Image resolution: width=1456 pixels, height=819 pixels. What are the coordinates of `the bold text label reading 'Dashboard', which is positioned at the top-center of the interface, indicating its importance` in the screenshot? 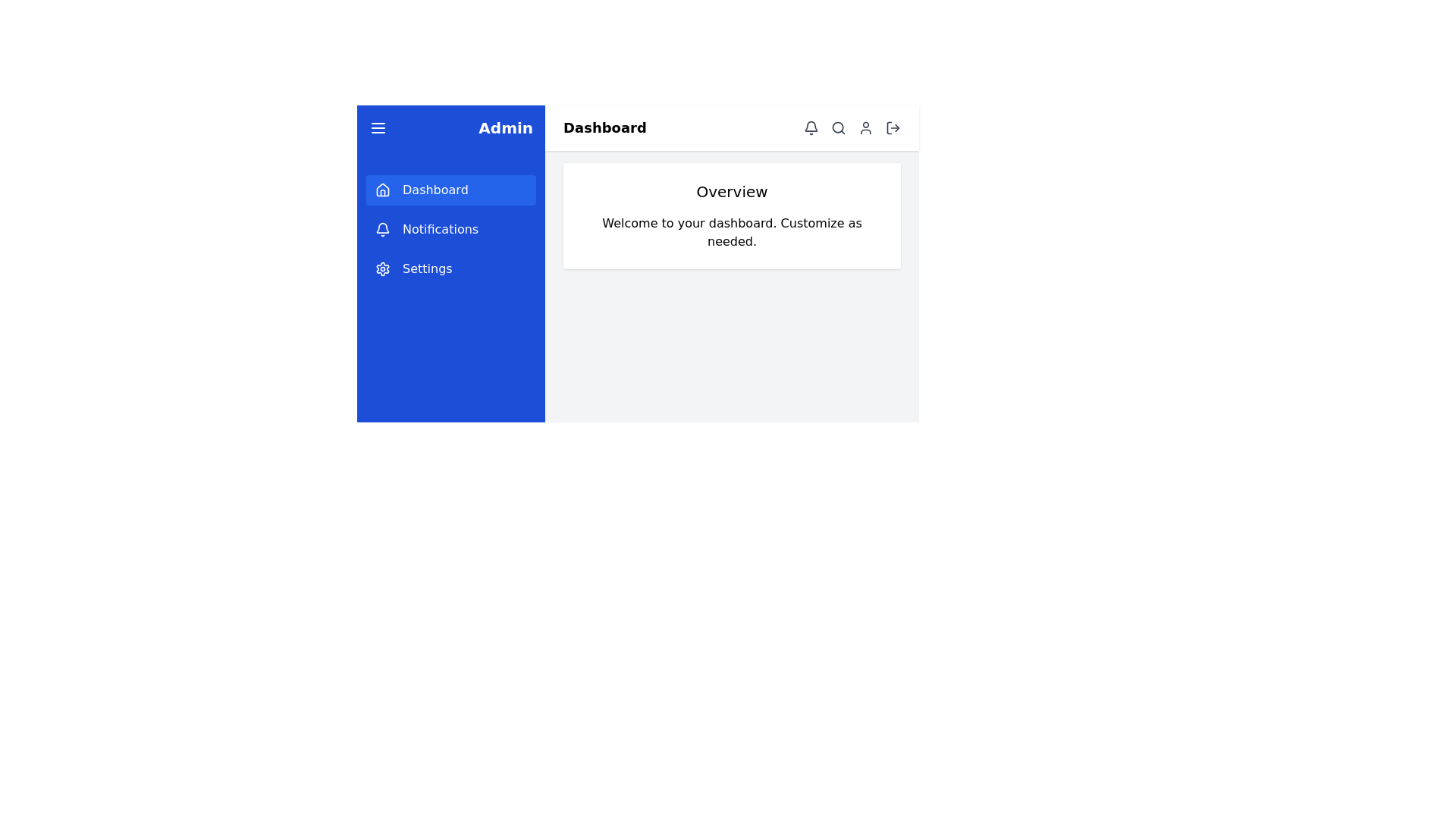 It's located at (604, 127).